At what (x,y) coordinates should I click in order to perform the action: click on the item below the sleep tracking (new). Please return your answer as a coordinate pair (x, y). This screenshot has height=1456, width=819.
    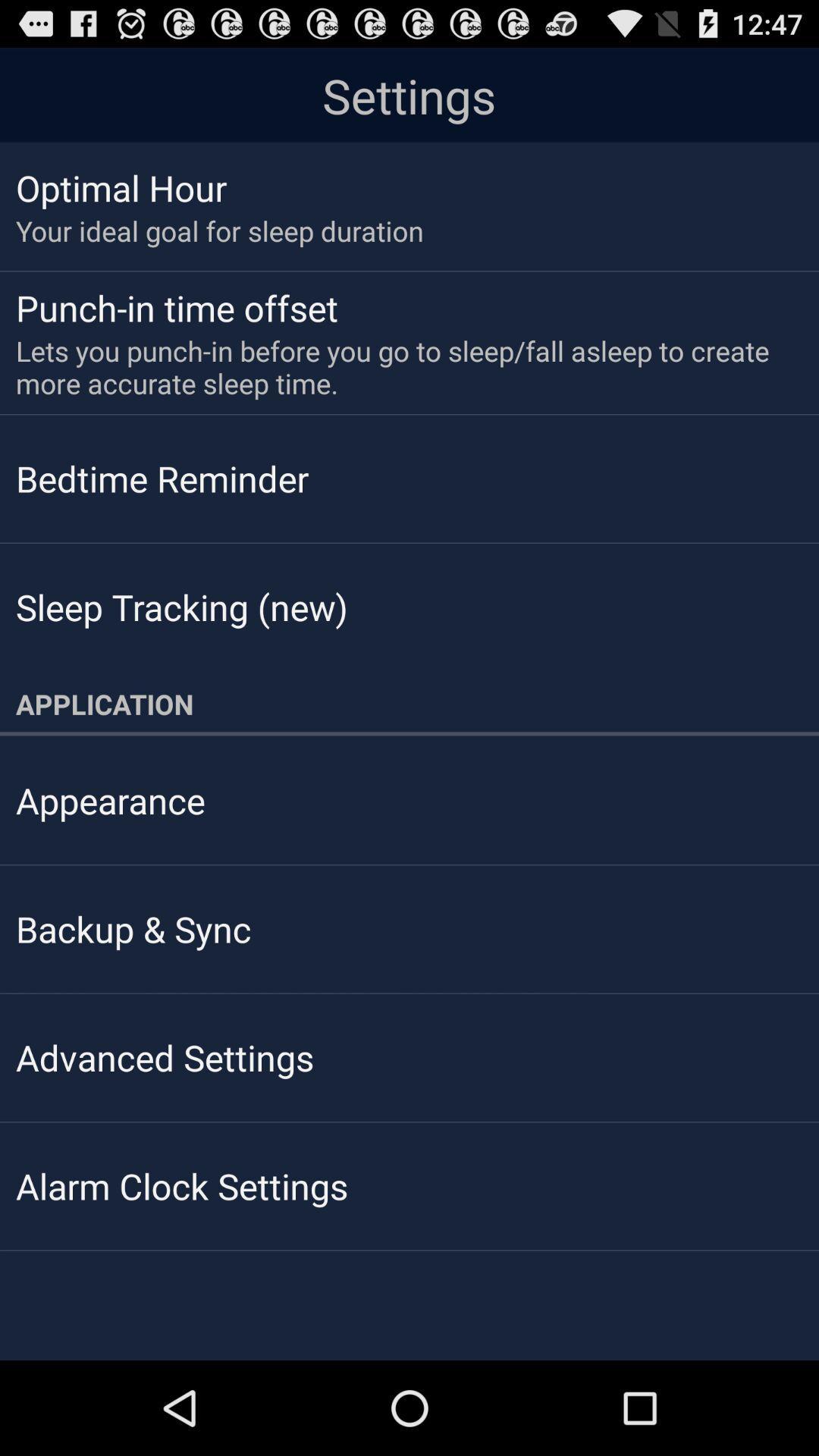
    Looking at the image, I should click on (409, 703).